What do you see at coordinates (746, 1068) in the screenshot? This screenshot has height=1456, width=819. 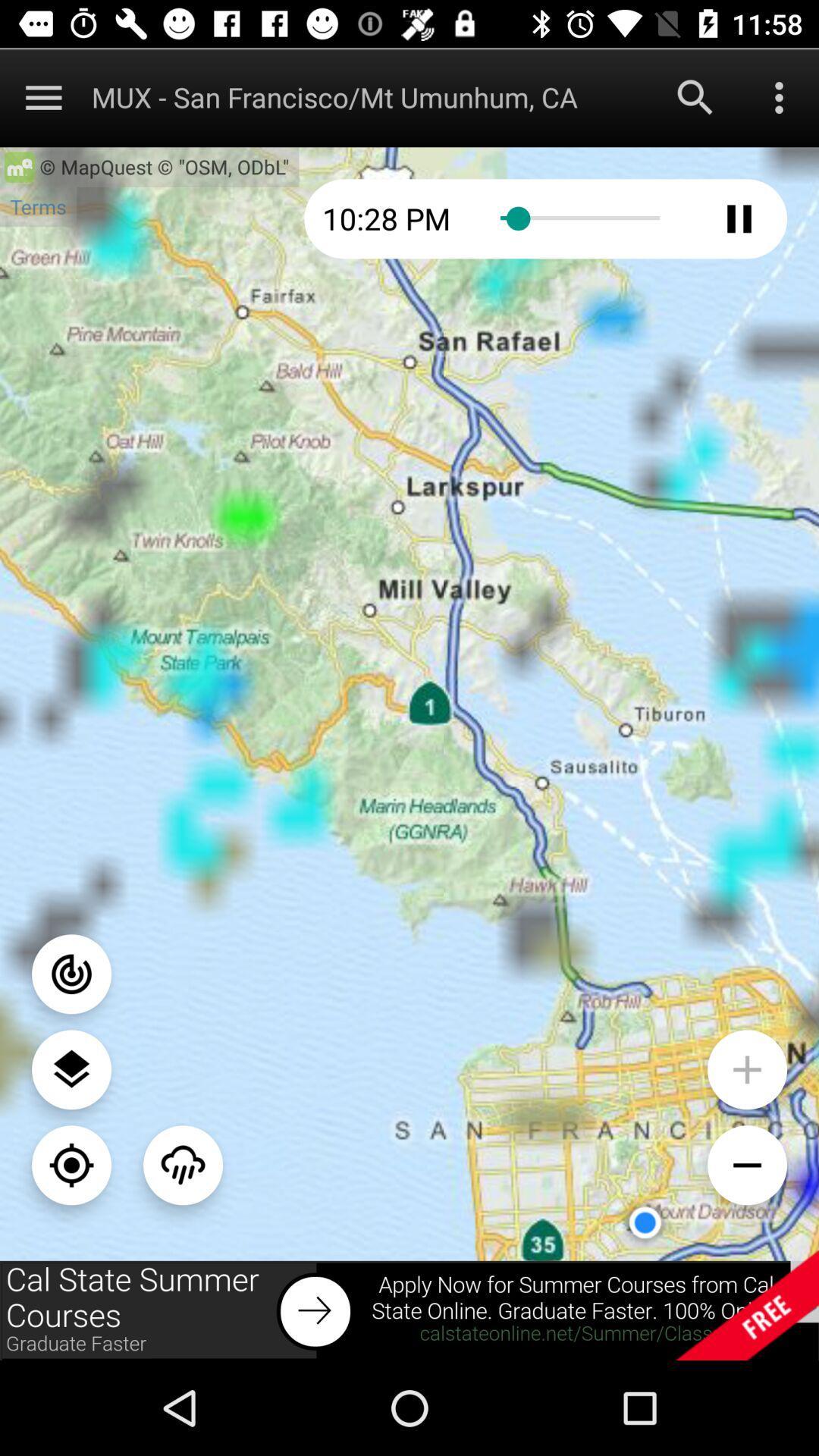 I see `the add icon` at bounding box center [746, 1068].